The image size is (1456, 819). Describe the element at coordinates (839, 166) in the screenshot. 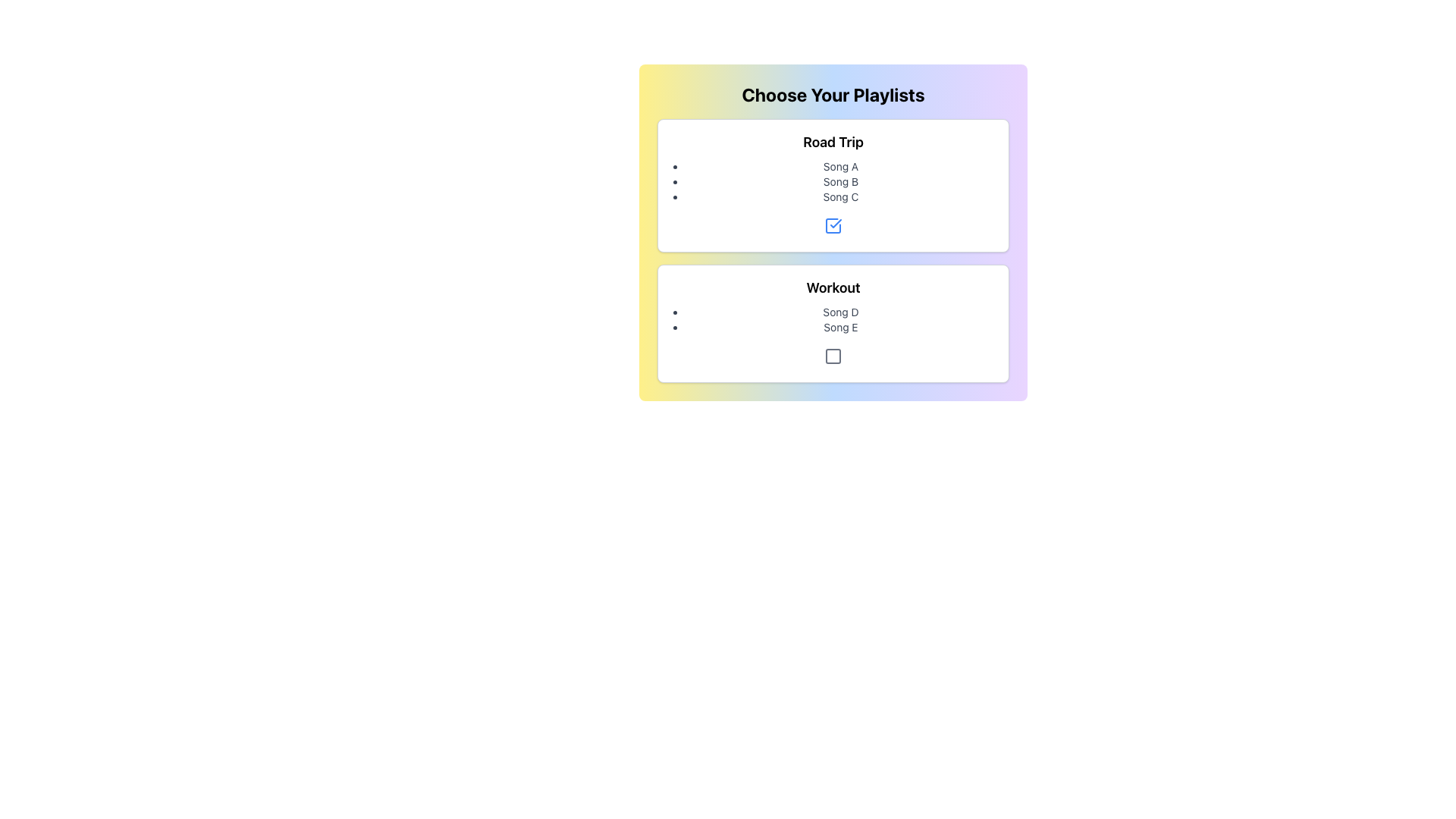

I see `the static text element displaying 'Song A', which is the first item in the bulleted list under the 'Road Trip' header` at that location.